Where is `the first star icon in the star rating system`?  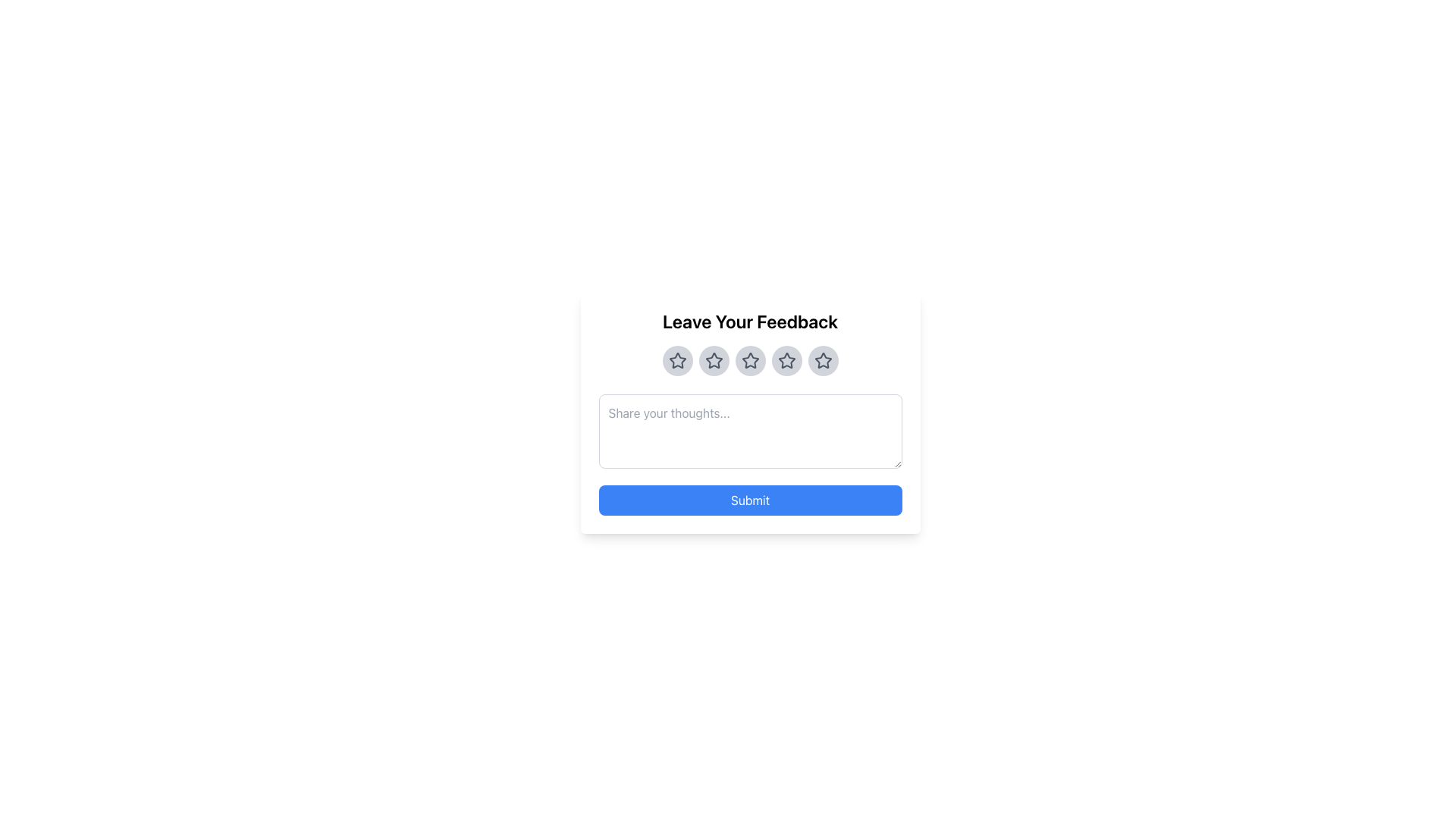
the first star icon in the star rating system is located at coordinates (676, 360).